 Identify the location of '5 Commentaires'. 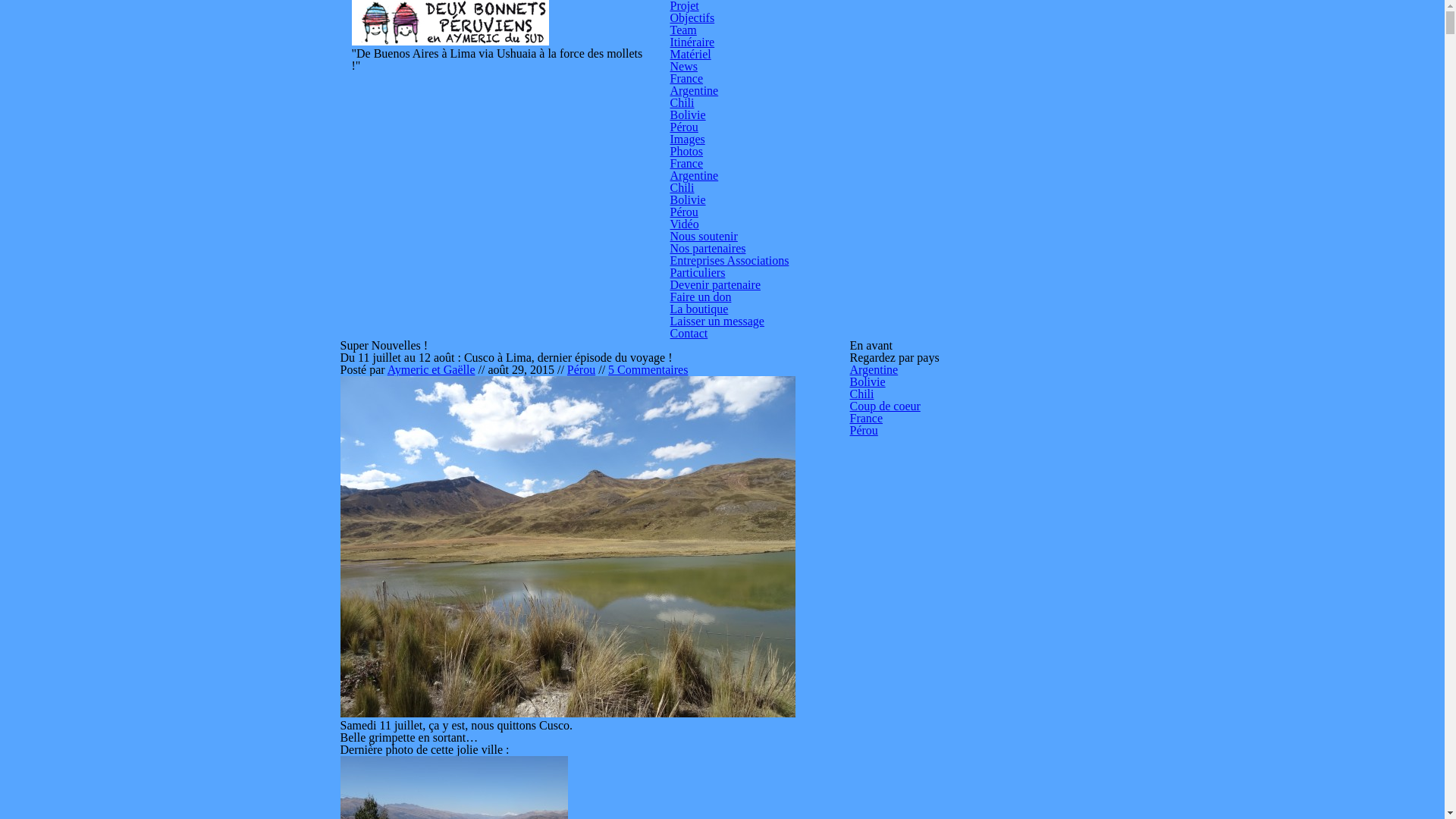
(648, 369).